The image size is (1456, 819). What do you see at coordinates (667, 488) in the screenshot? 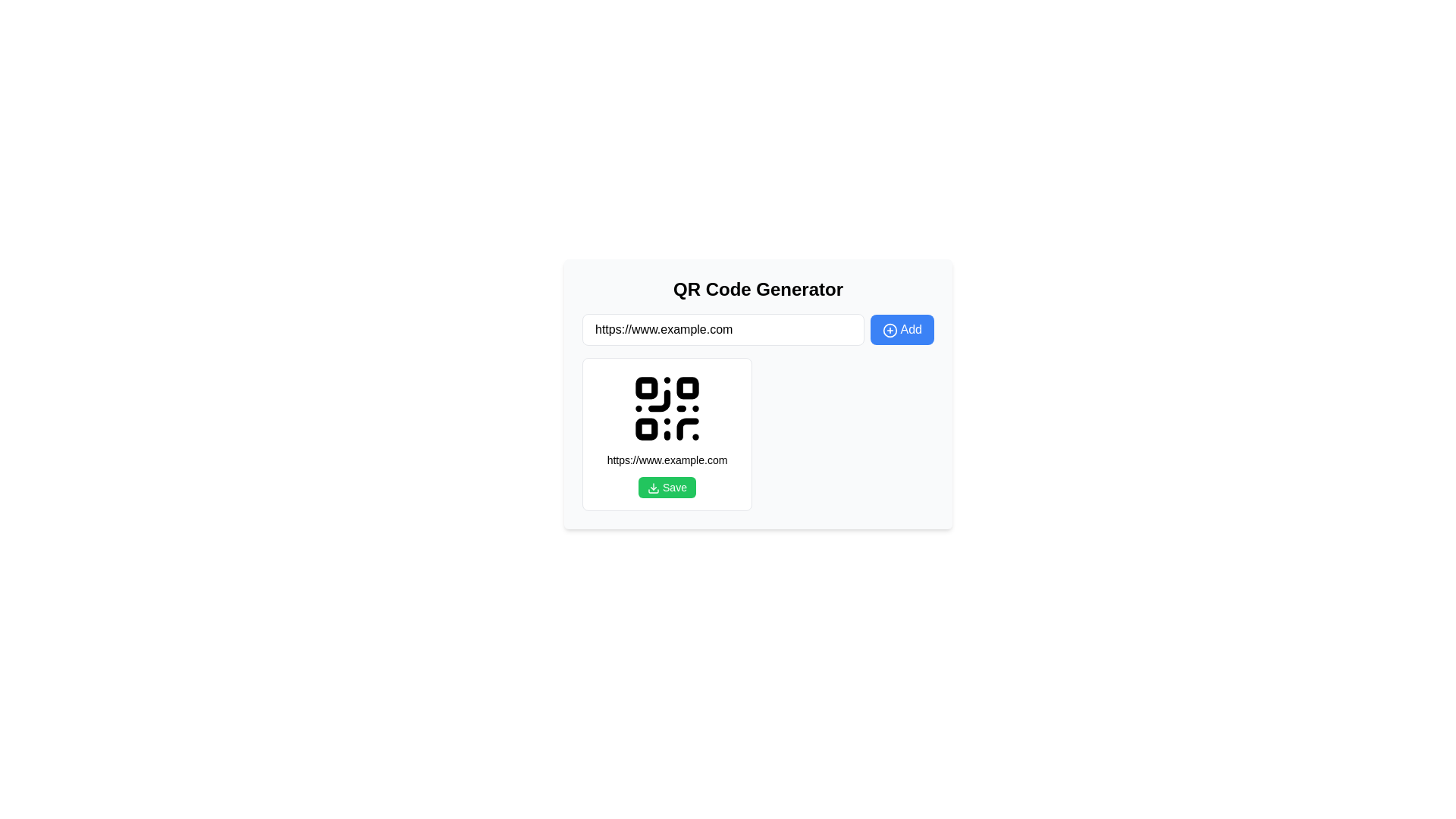
I see `the green rectangular 'Save' button with rounded corners located below the QR code and URL text 'https://www.example.com'` at bounding box center [667, 488].